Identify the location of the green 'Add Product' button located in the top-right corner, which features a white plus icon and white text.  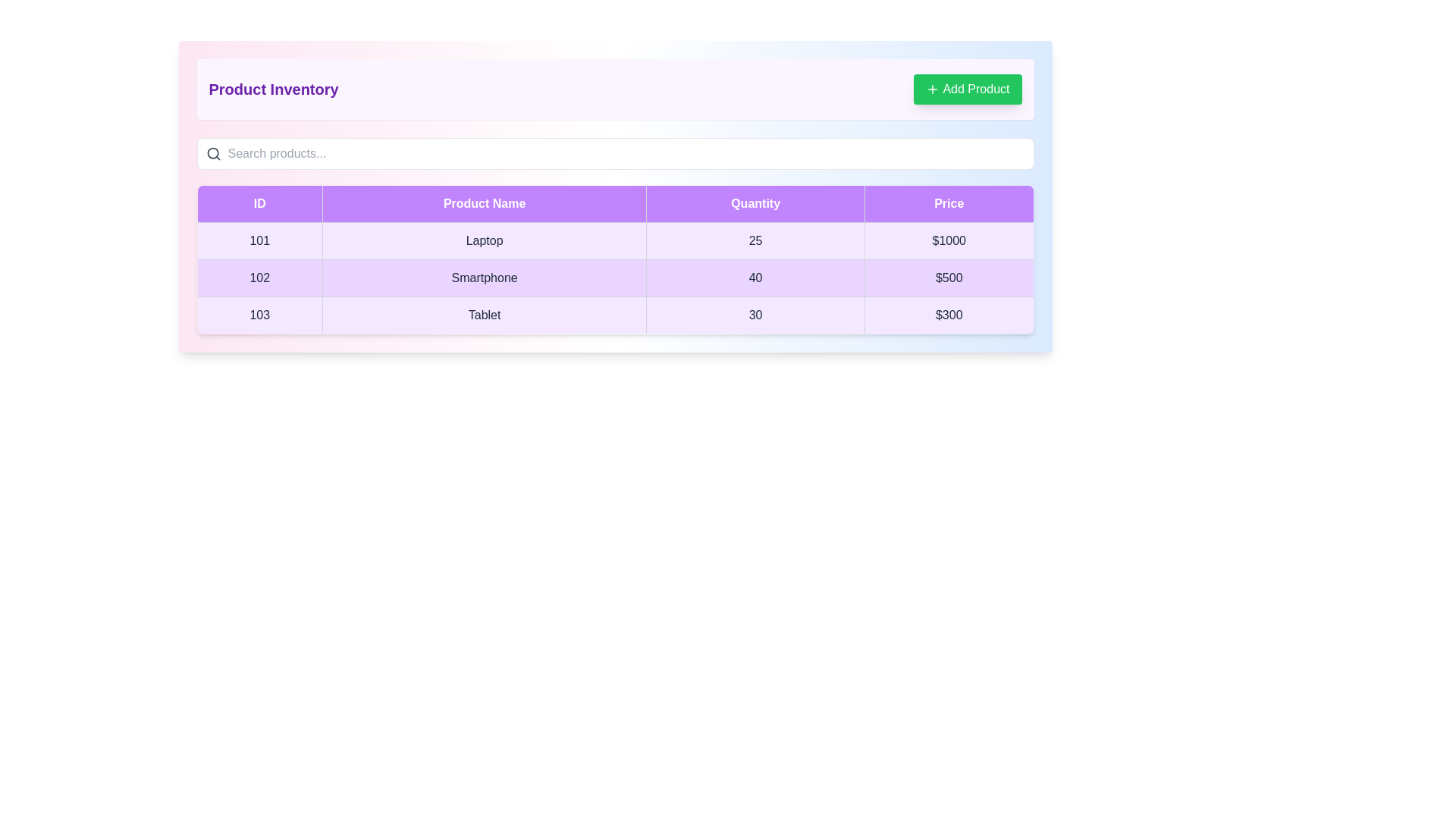
(967, 89).